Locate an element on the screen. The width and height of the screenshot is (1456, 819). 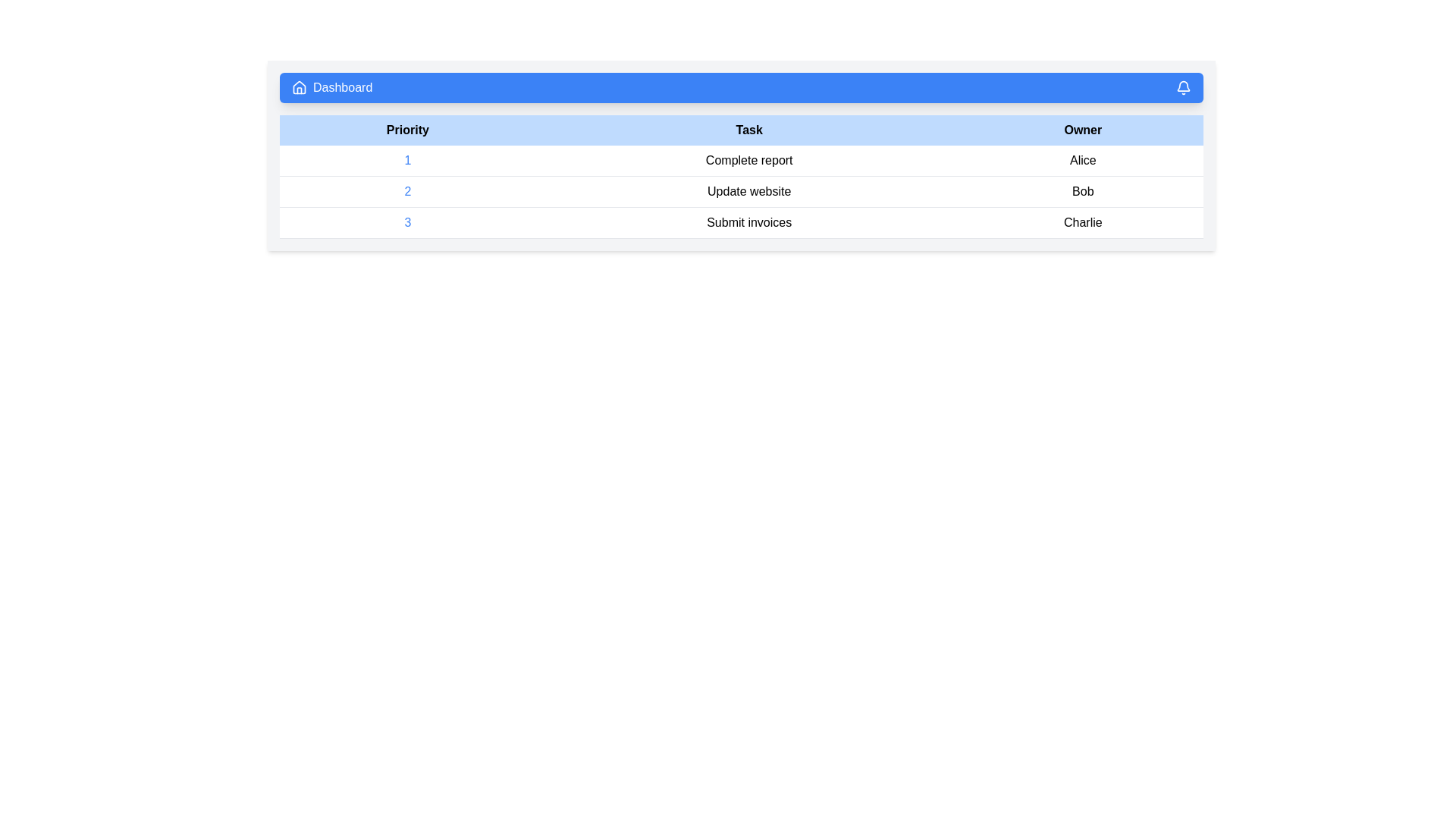
the text label displaying 'Owner', which is the third header label in the top-right region of the table header is located at coordinates (1082, 130).